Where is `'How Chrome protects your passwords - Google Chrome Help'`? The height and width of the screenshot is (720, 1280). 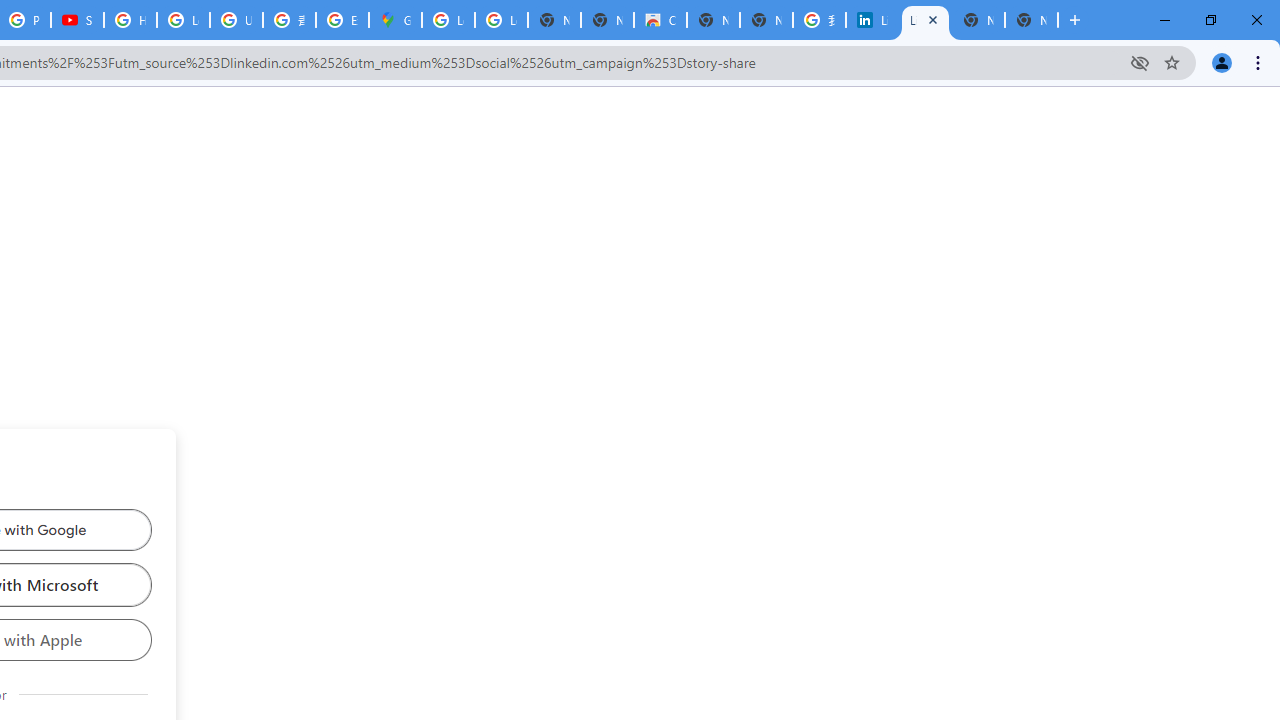
'How Chrome protects your passwords - Google Chrome Help' is located at coordinates (129, 20).